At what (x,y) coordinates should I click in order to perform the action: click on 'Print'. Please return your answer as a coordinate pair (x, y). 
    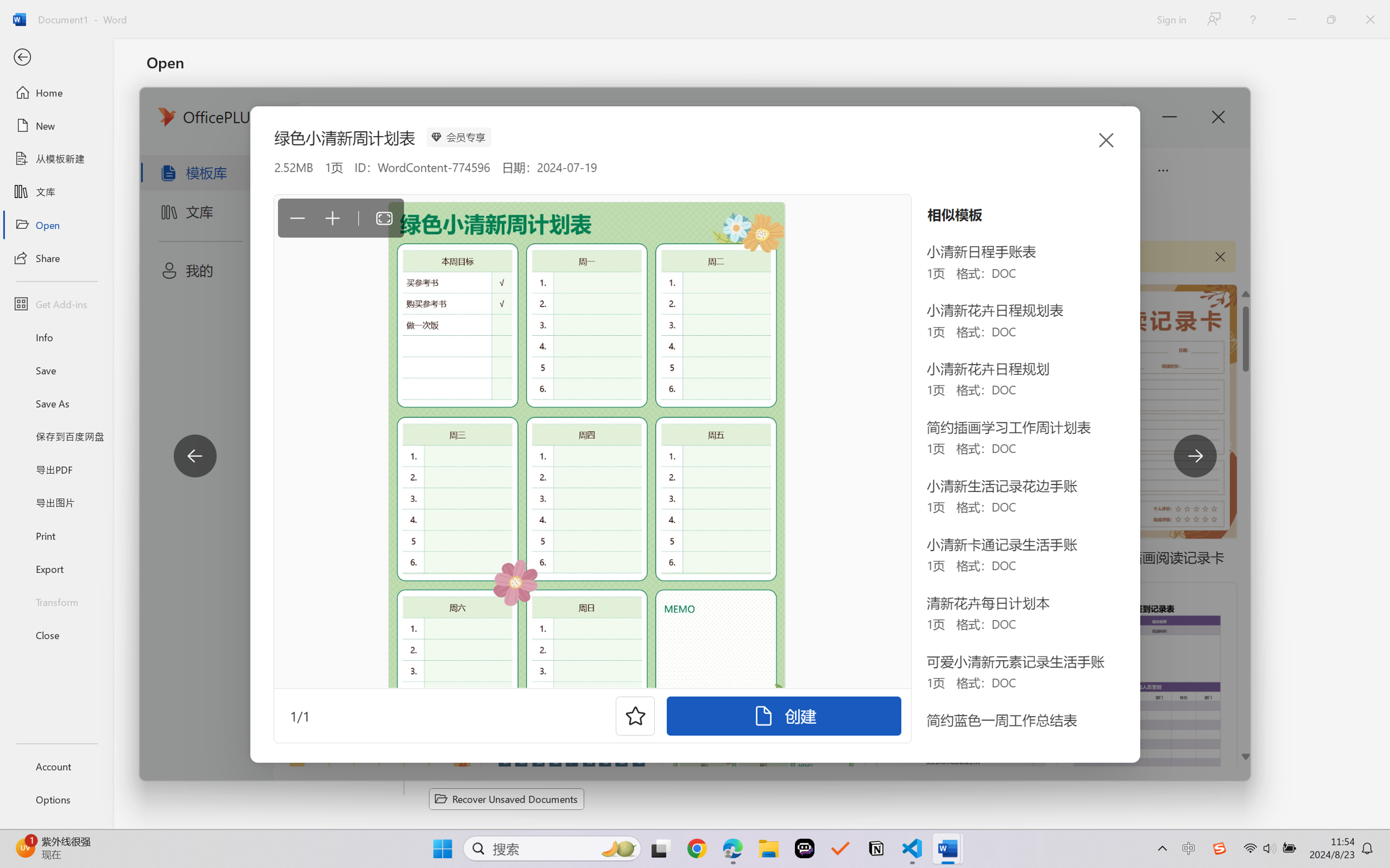
    Looking at the image, I should click on (56, 536).